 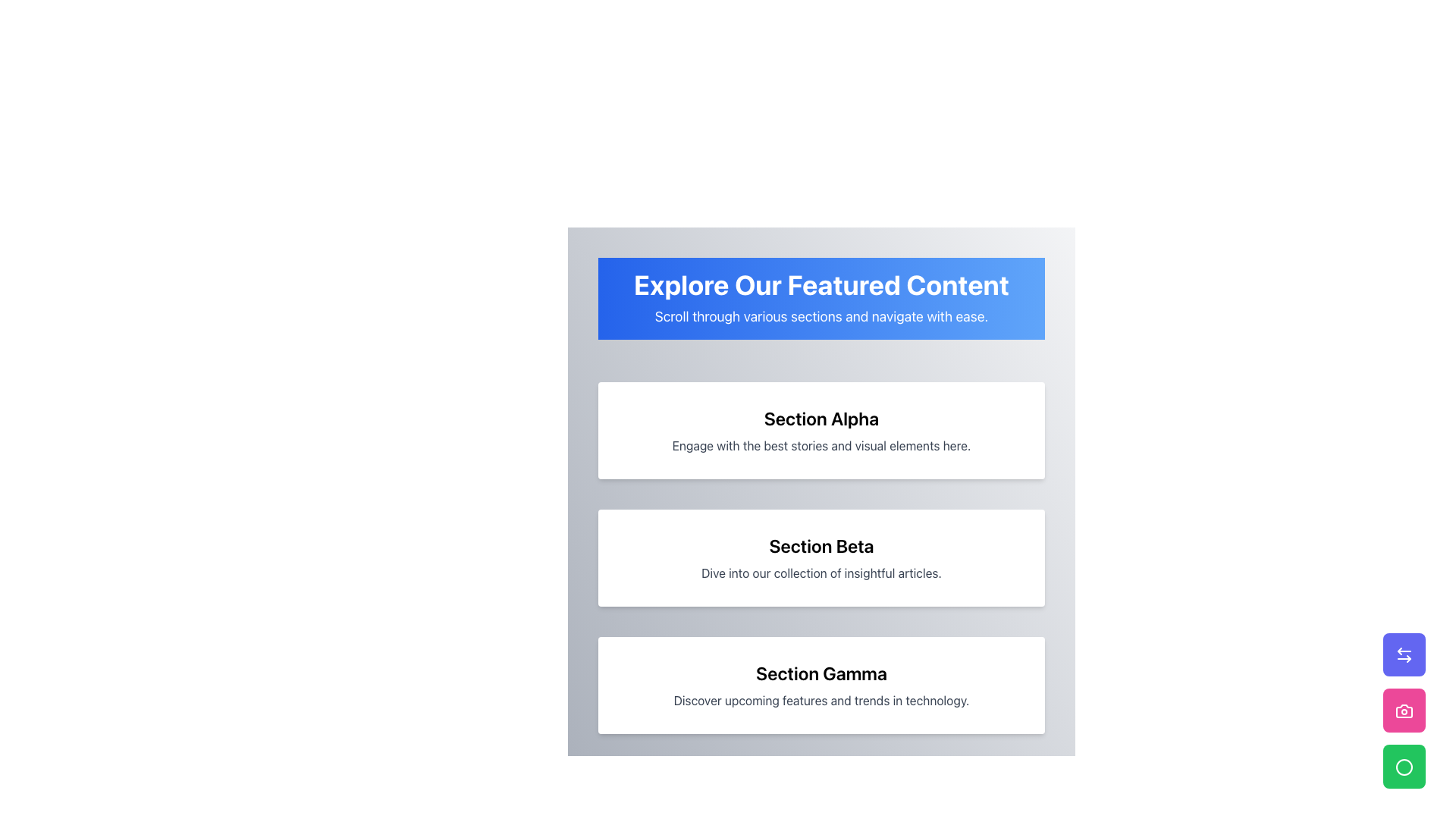 I want to click on subtitle text 'Dive into our collection of insightful articles.' located beneath the title 'Section Beta', so click(x=821, y=573).